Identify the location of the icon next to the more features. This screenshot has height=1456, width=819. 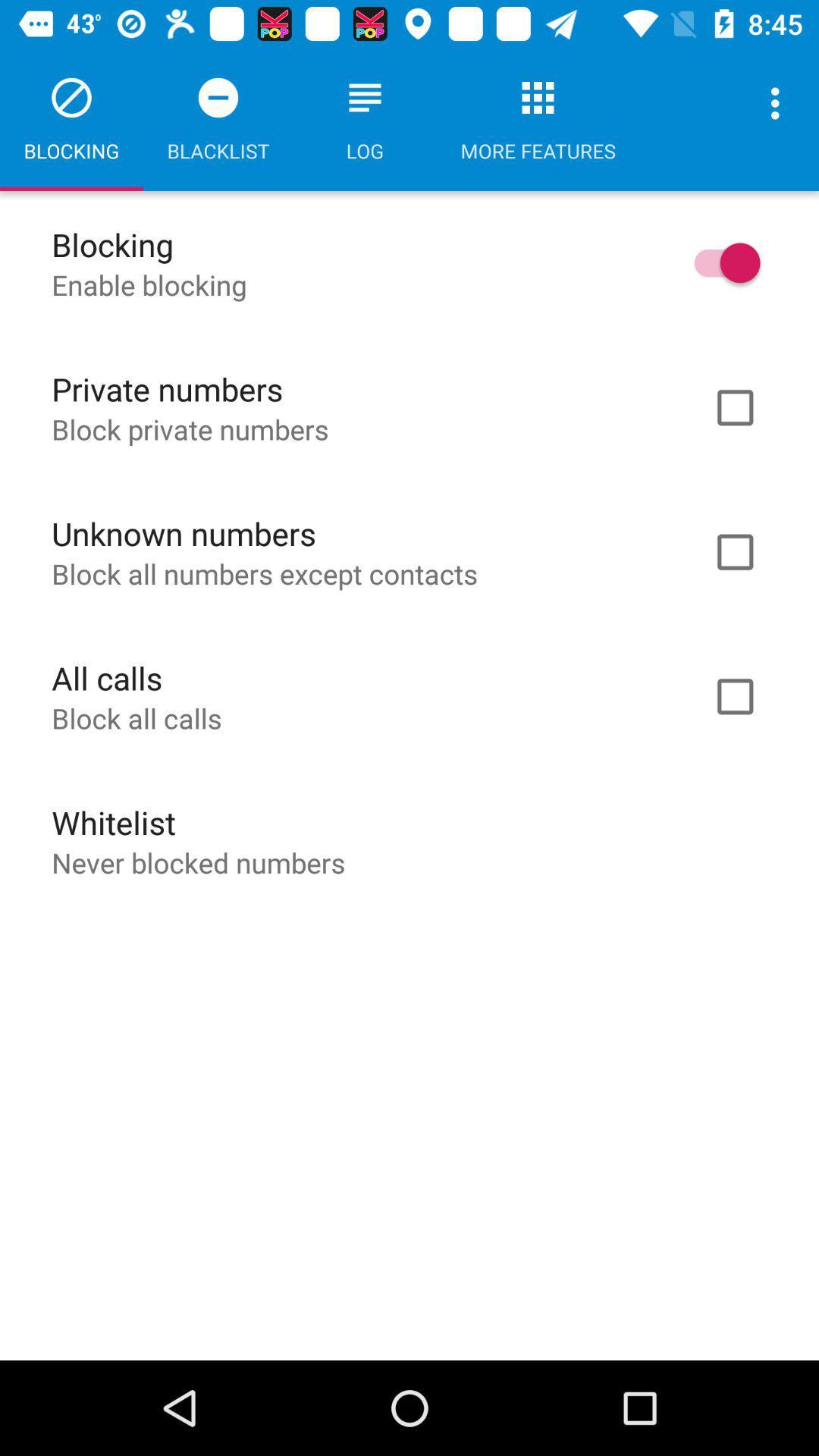
(779, 102).